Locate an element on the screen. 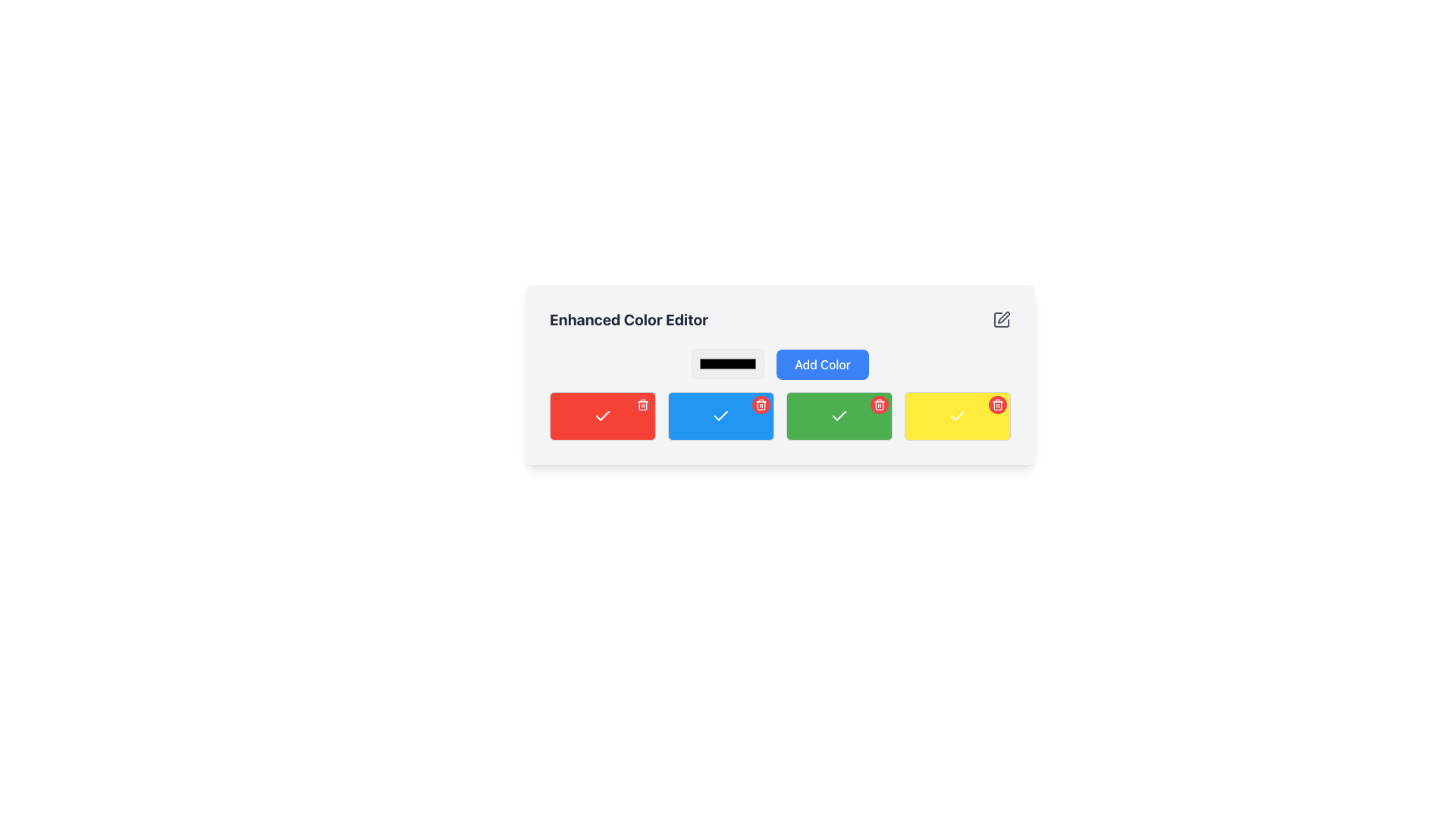 Image resolution: width=1456 pixels, height=819 pixels. the confirmation icon located within the blue square button, which is the second button in a row of four color-coded buttons in the color editor panel is located at coordinates (720, 416).